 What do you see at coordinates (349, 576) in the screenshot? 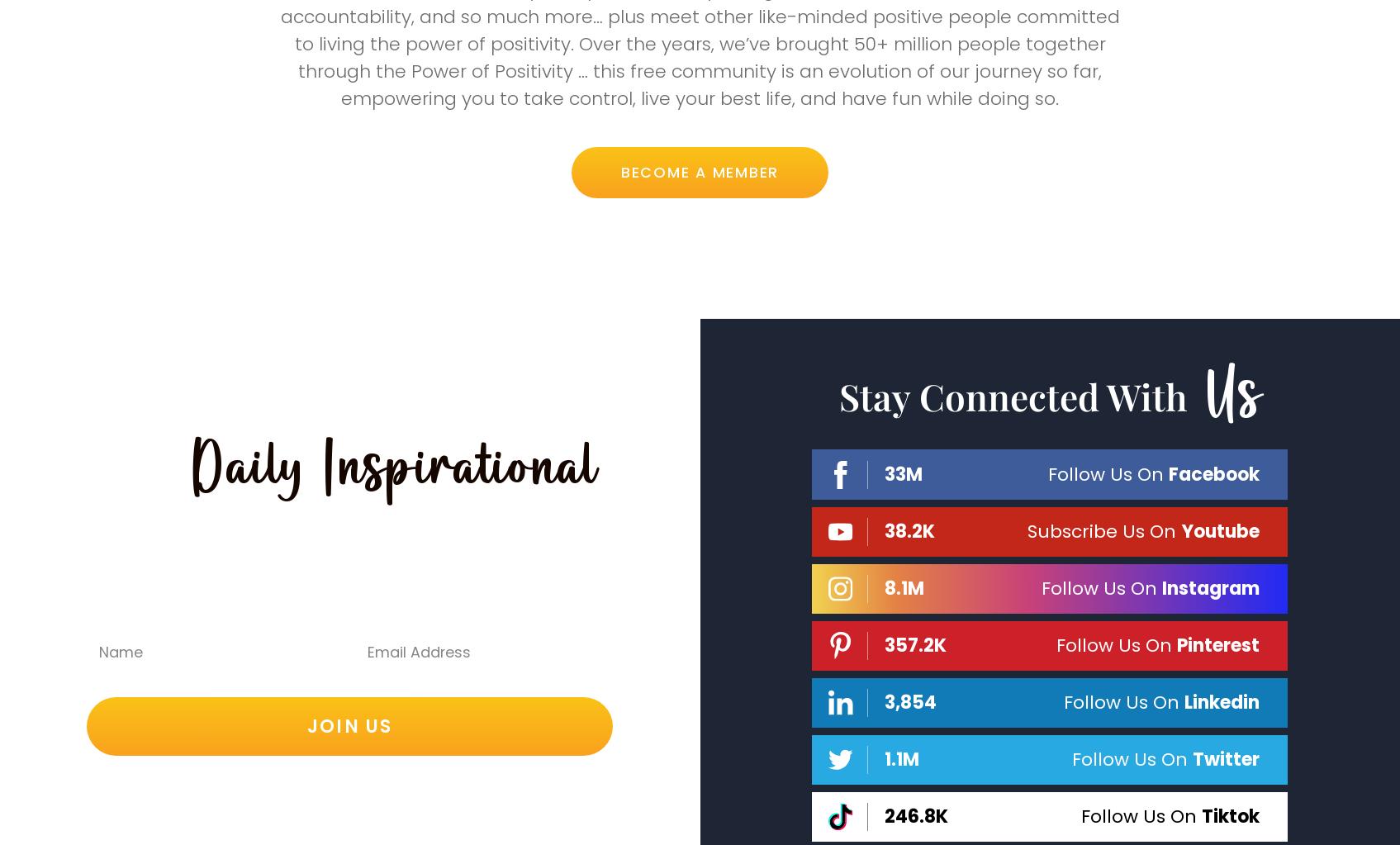
I see `'Content, Articles & Studies
Sent Direct To Your Inbox…'` at bounding box center [349, 576].